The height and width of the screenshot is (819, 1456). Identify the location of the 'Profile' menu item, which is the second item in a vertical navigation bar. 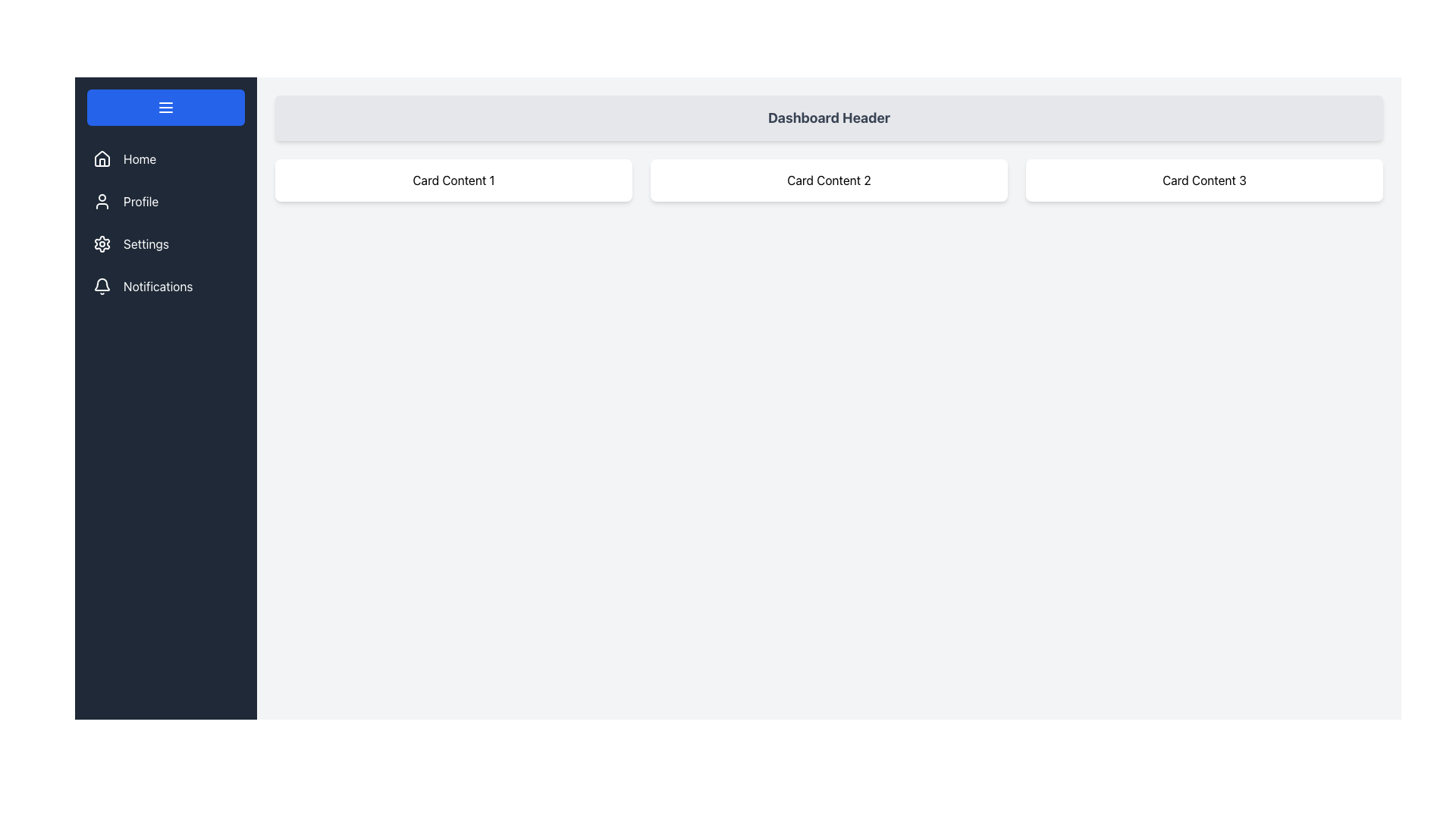
(166, 201).